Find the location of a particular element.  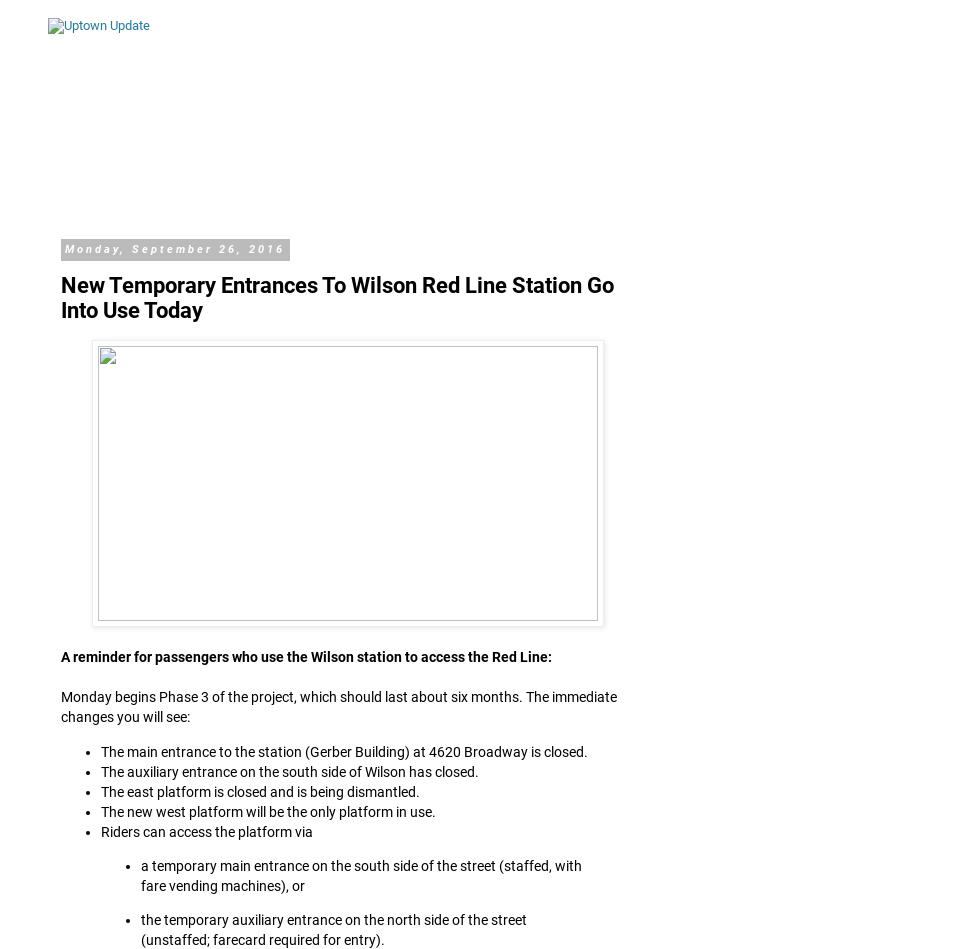

'Monday begins Phase 3 of the project, which should last about six months. The immediate changes you will see:' is located at coordinates (338, 707).